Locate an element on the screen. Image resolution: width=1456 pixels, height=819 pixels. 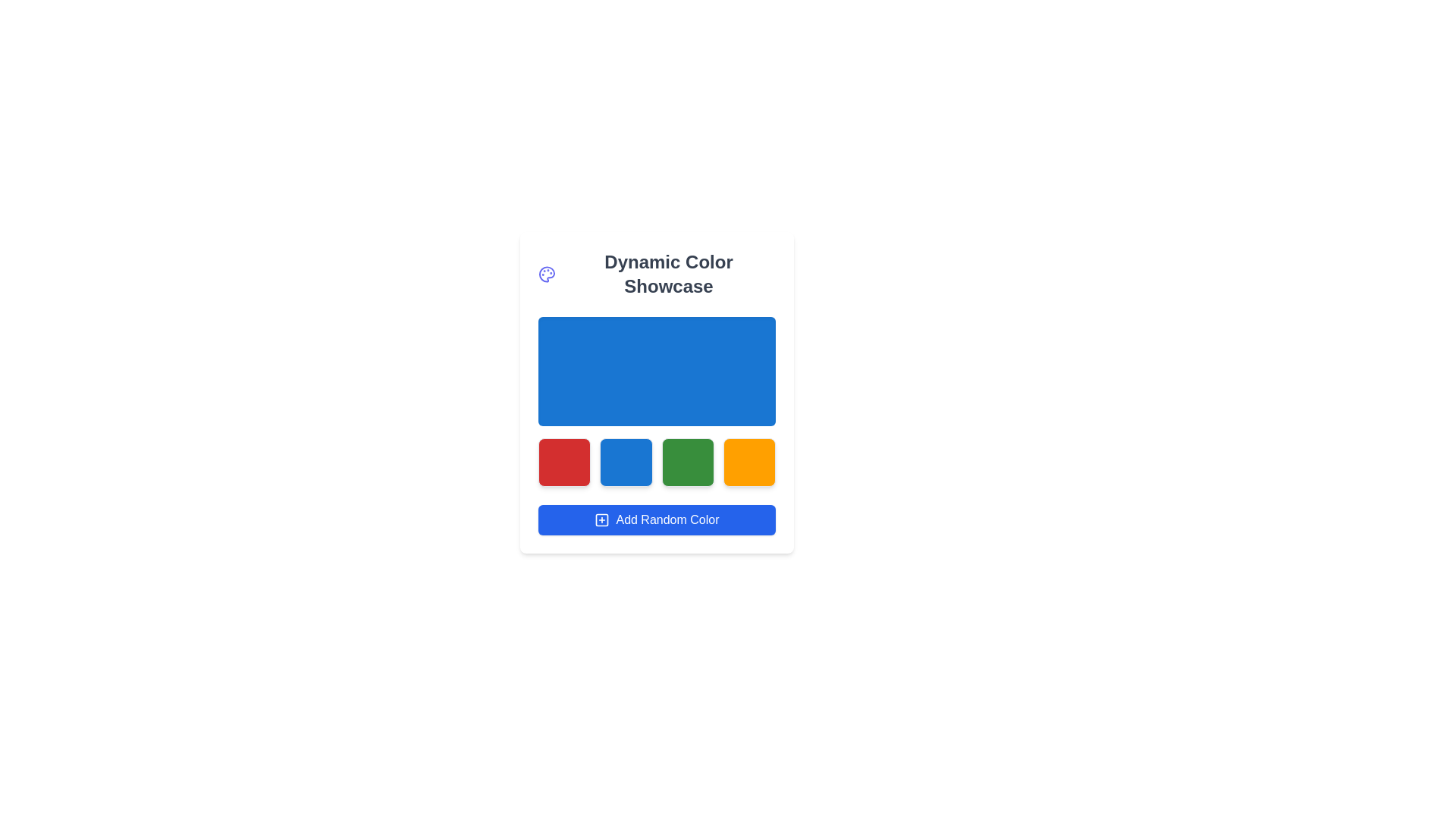
the painter's palette icon located to the left of the 'Dynamic Color Showcase' text by hovering over it is located at coordinates (546, 275).